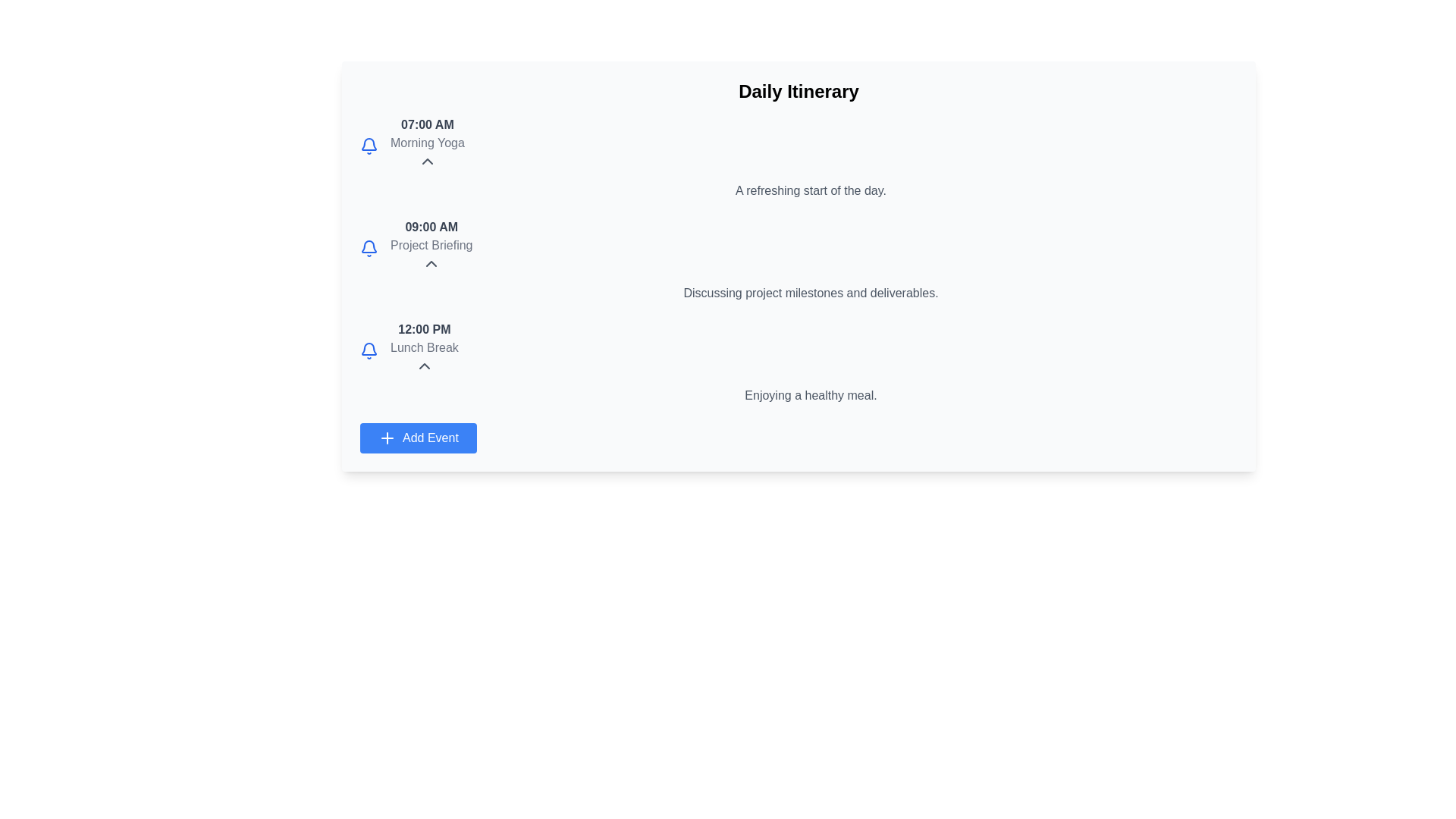 The height and width of the screenshot is (819, 1456). I want to click on the static text label element displaying 'Morning Yoga' positioned below the time label '07:00 AM' in the schedule, so click(426, 143).